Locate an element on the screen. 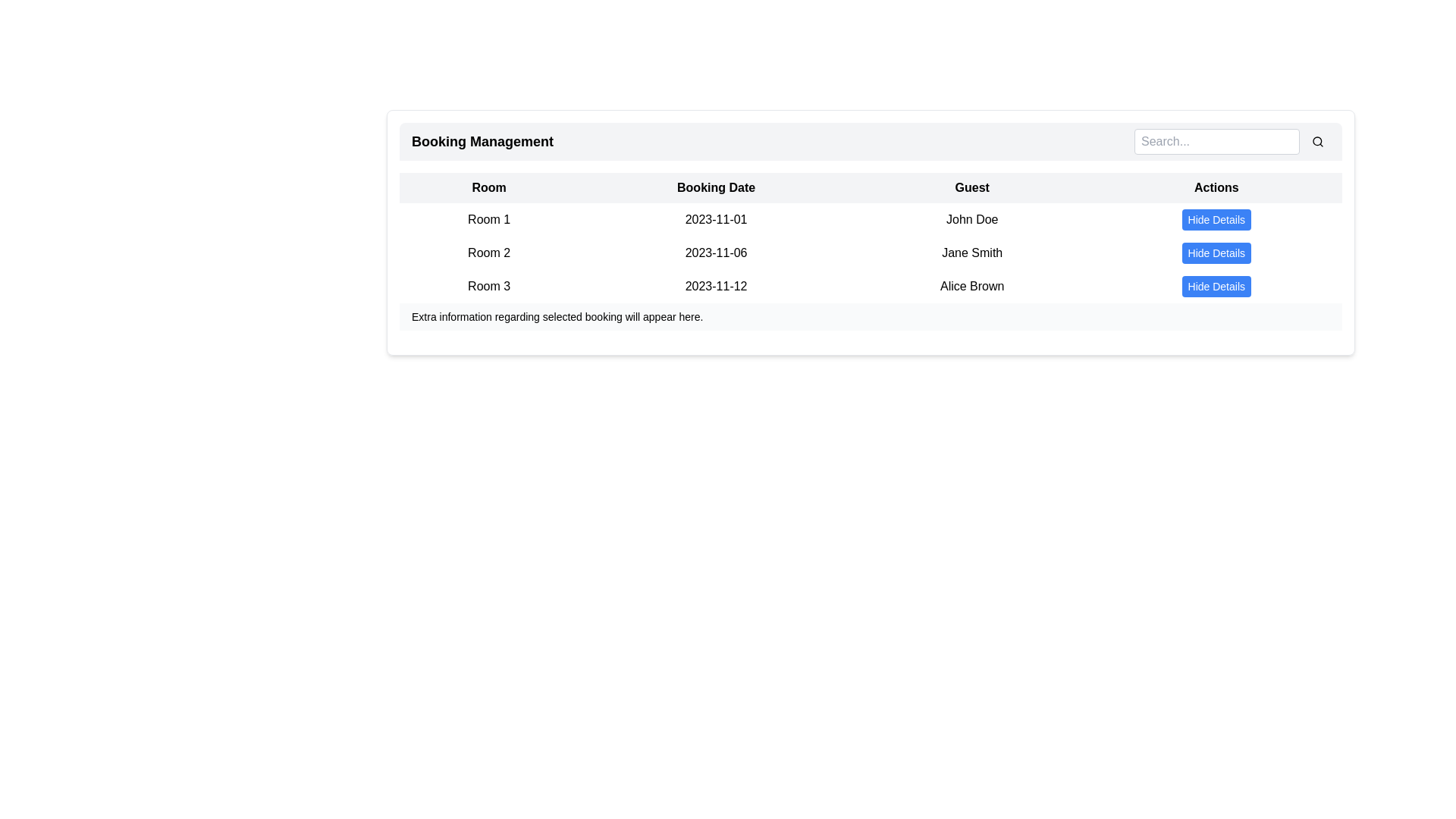  the search button located immediately to the right of the 'Search...' input box to initiate a search query is located at coordinates (1316, 141).